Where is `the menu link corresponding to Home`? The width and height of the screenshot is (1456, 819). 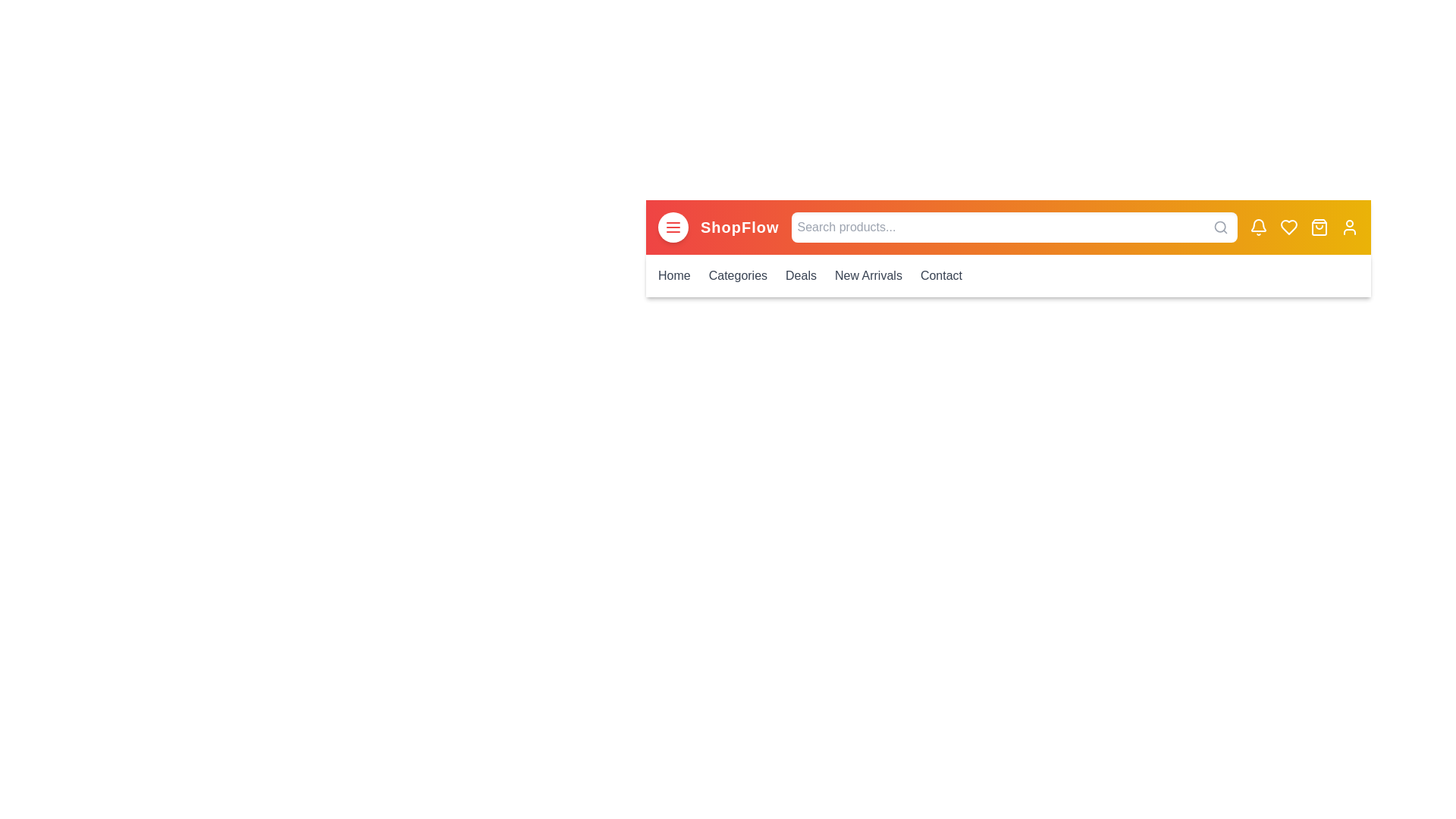
the menu link corresponding to Home is located at coordinates (673, 275).